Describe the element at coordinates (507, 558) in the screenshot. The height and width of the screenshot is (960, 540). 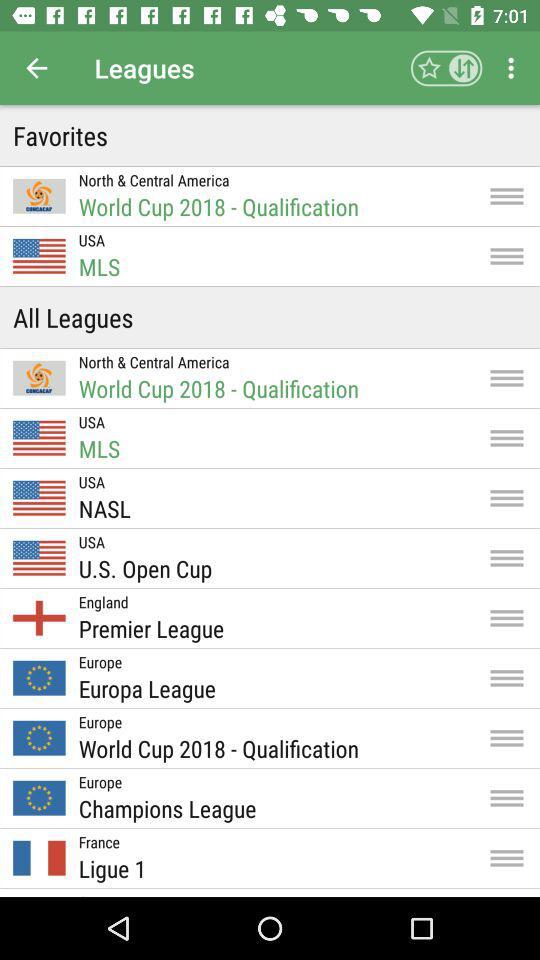
I see `icon right to the text us open cup` at that location.